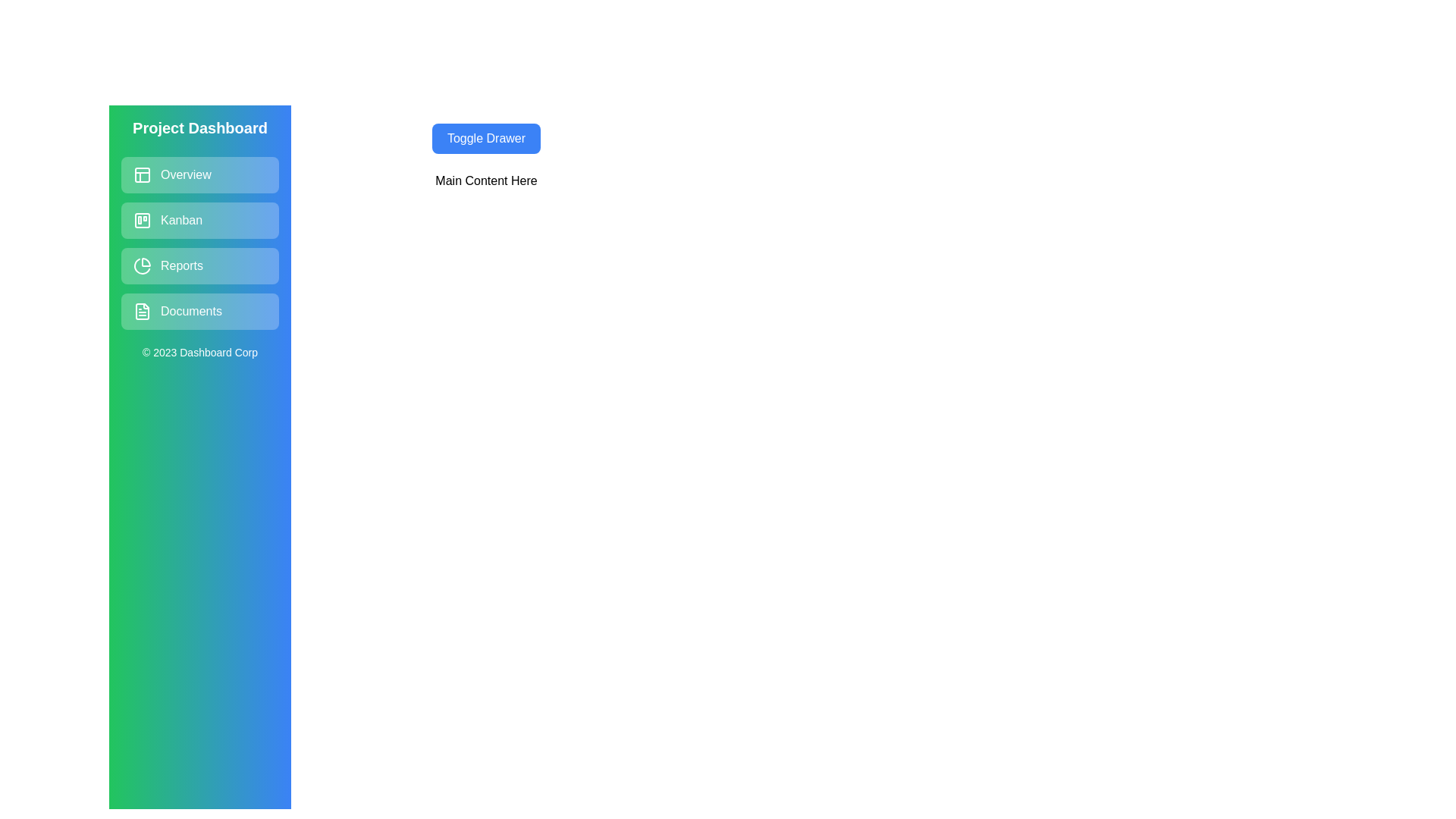 This screenshot has width=1456, height=819. What do you see at coordinates (199, 220) in the screenshot?
I see `the navigation item Kanban in the drawer` at bounding box center [199, 220].